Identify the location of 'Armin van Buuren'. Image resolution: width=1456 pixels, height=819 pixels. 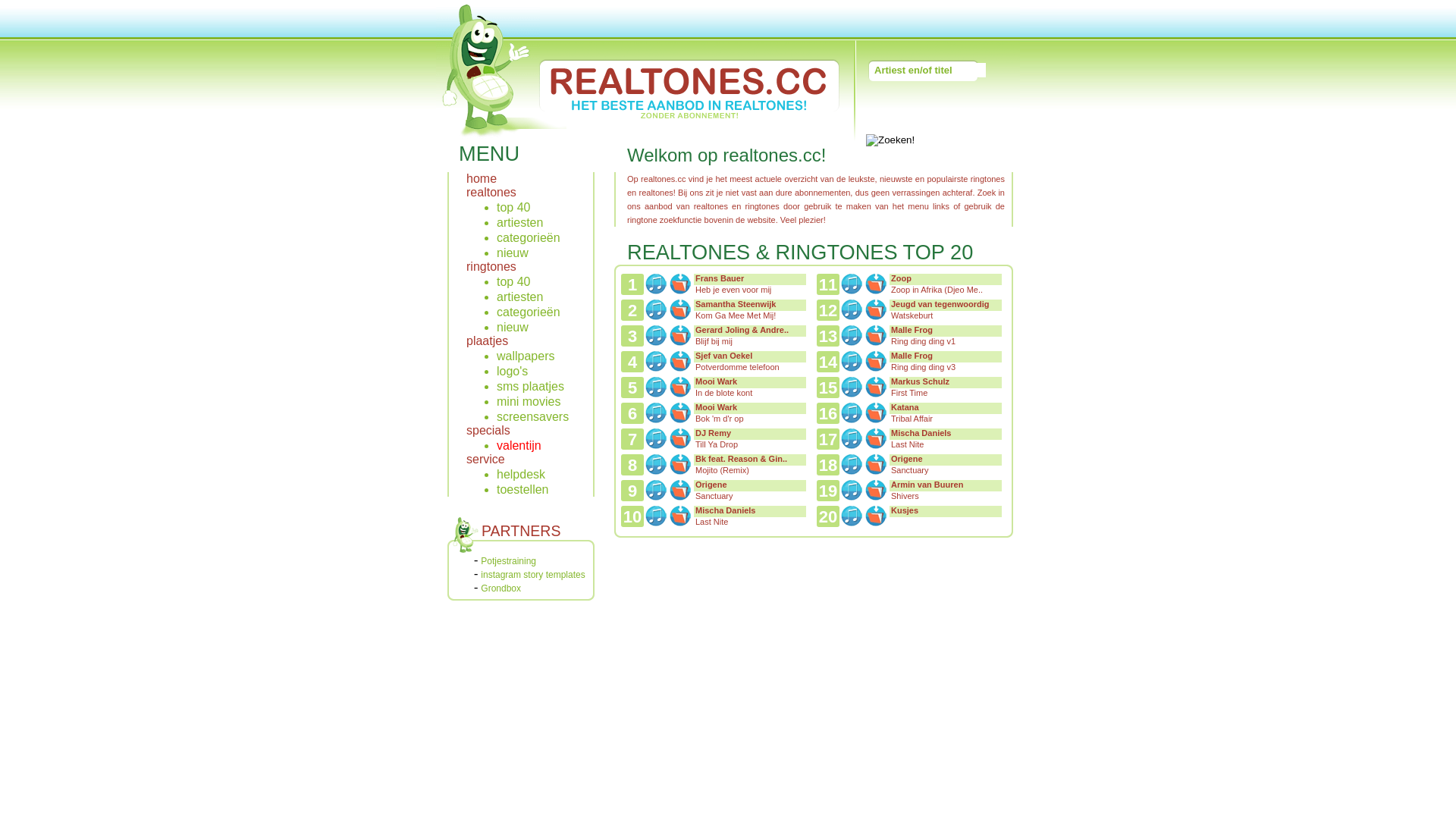
(891, 485).